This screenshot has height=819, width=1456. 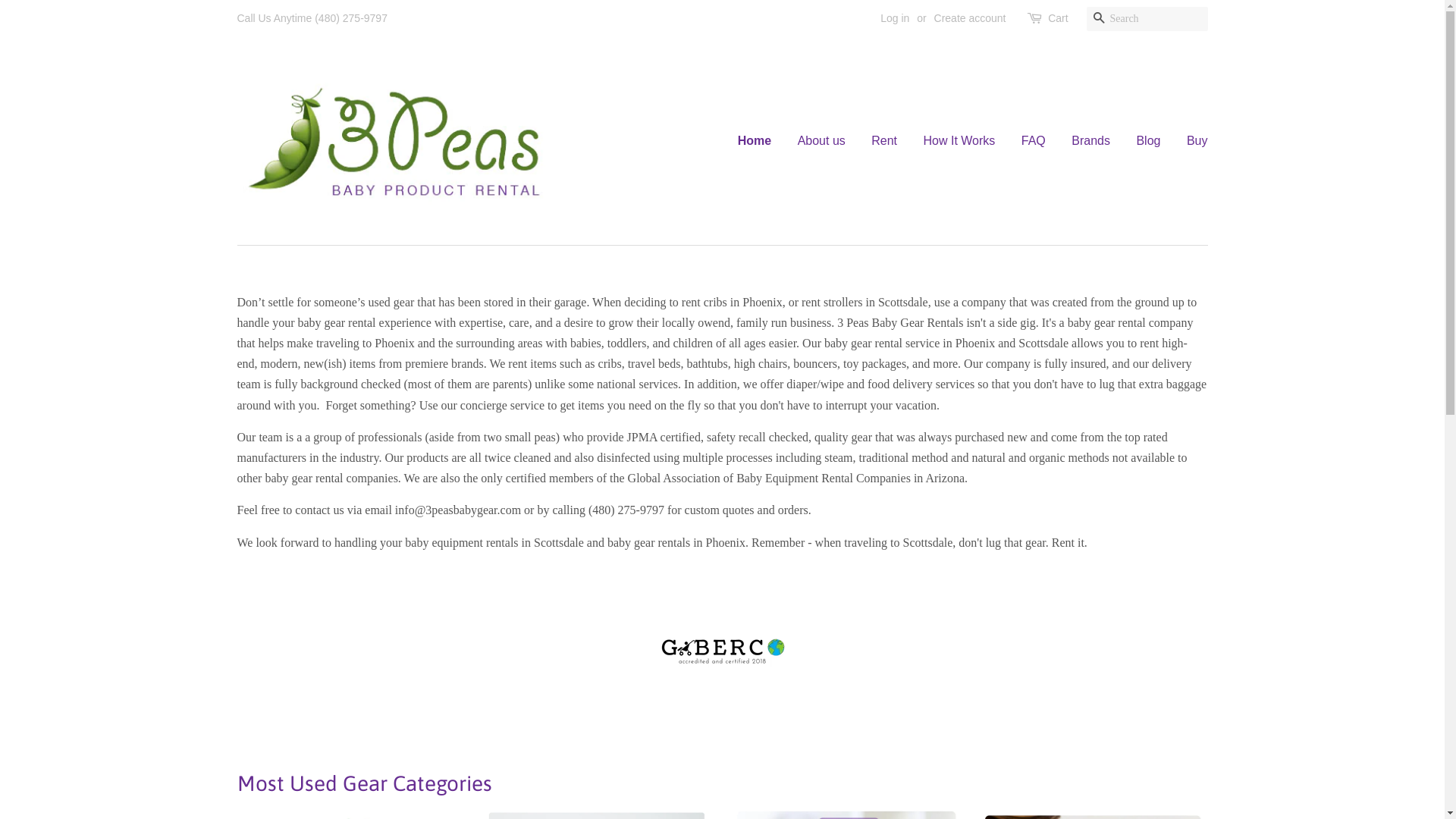 I want to click on 'Home', so click(x=738, y=140).